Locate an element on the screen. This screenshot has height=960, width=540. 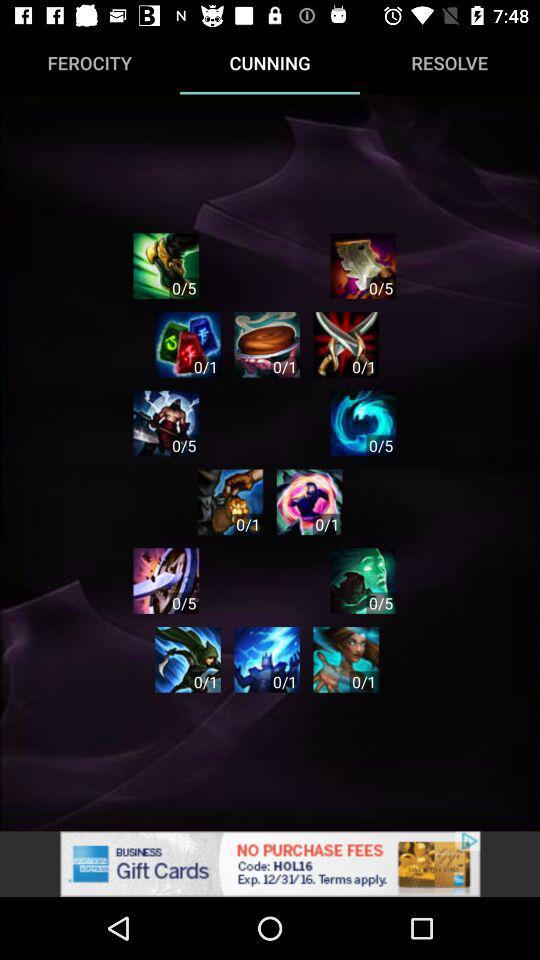
game level is located at coordinates (165, 581).